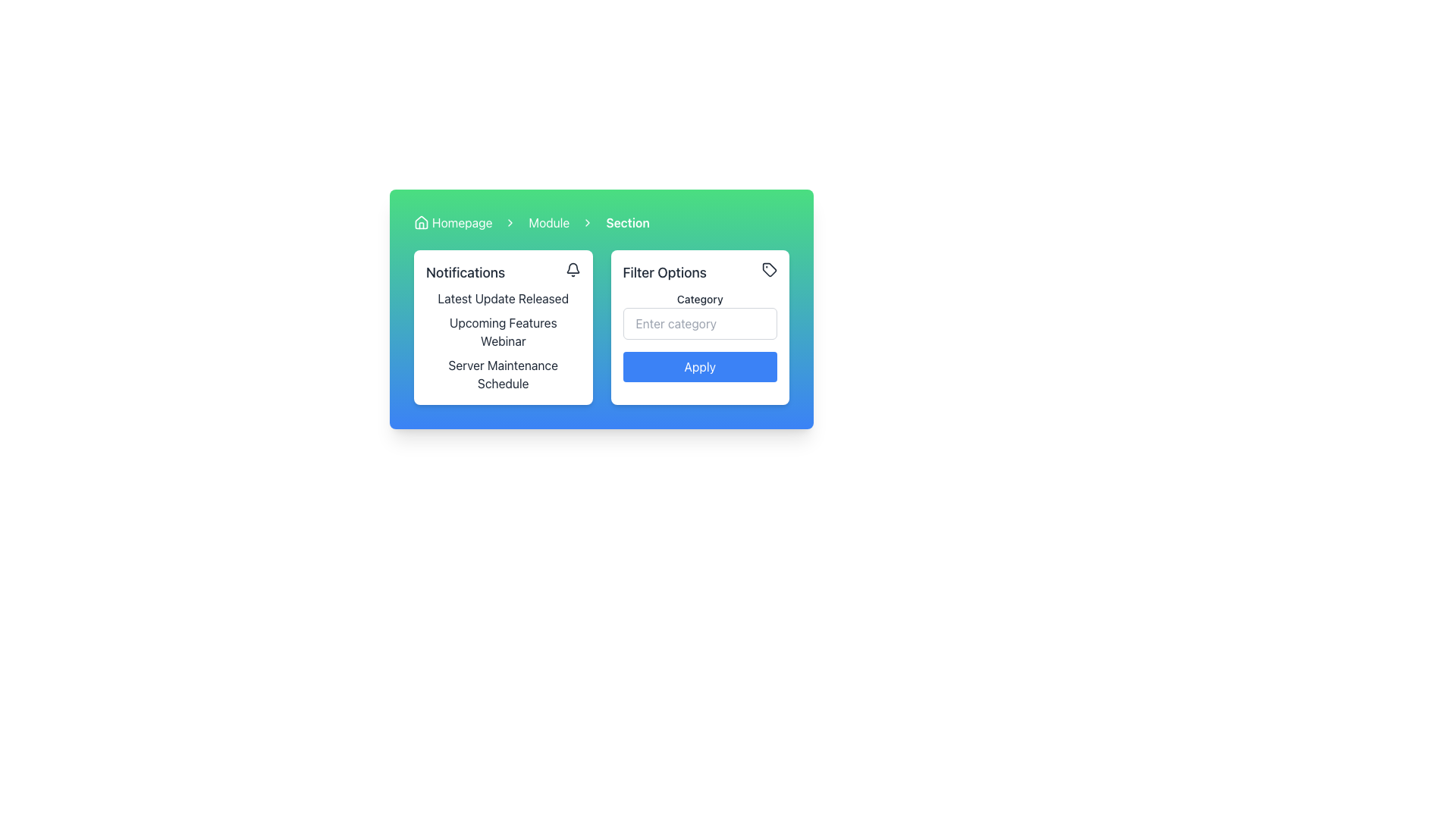  What do you see at coordinates (601, 222) in the screenshot?
I see `the Breadcrumb Navigation component located at the top-center of the content area` at bounding box center [601, 222].